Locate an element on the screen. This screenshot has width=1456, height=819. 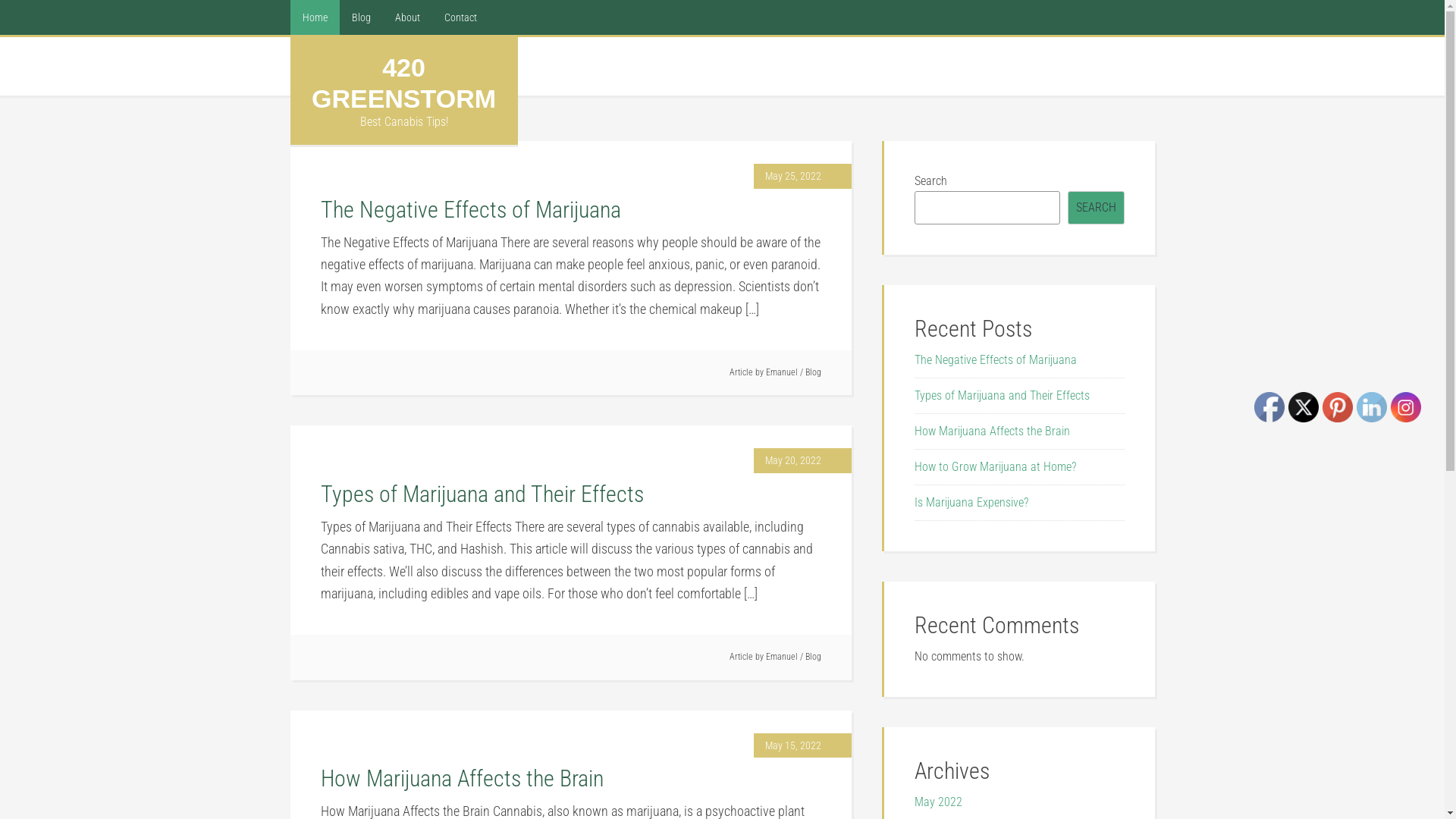
'Pinterest' is located at coordinates (1321, 406).